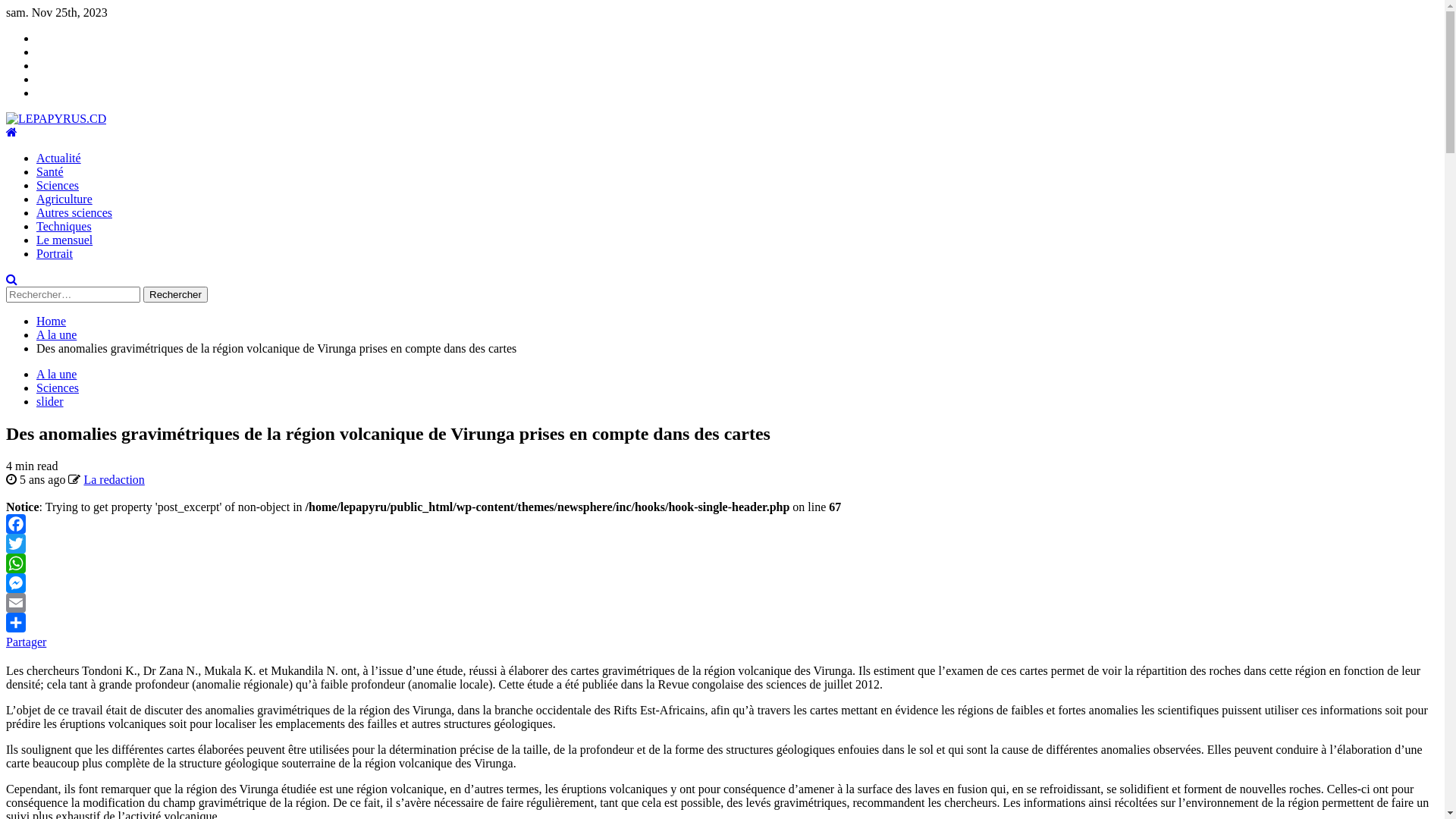 Image resolution: width=1456 pixels, height=819 pixels. I want to click on 'Rechercher', so click(175, 294).